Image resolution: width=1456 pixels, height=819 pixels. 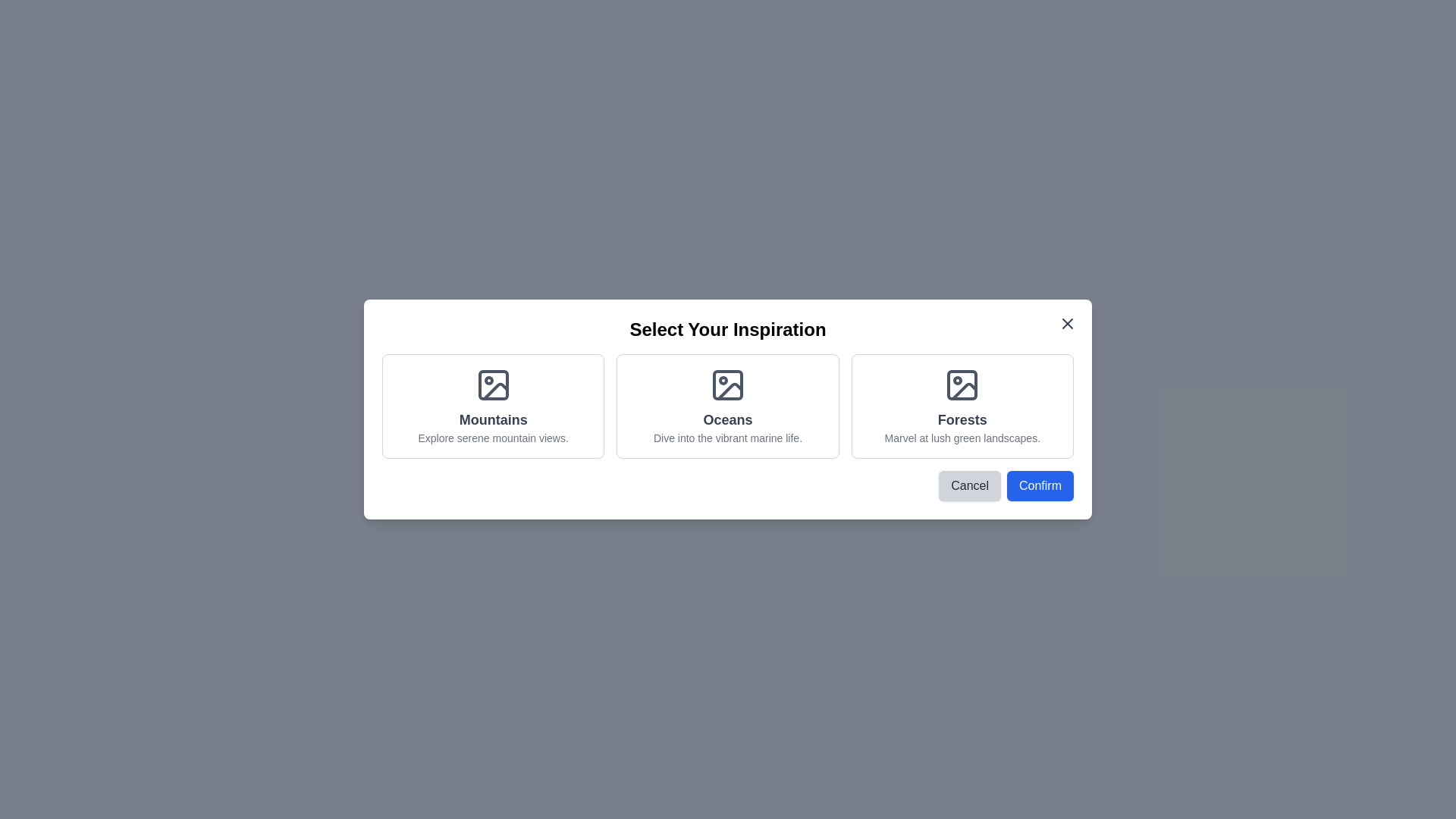 I want to click on the close icon represented by a diagonal cross in the top-right corner of the modal dialog box, so click(x=1066, y=323).